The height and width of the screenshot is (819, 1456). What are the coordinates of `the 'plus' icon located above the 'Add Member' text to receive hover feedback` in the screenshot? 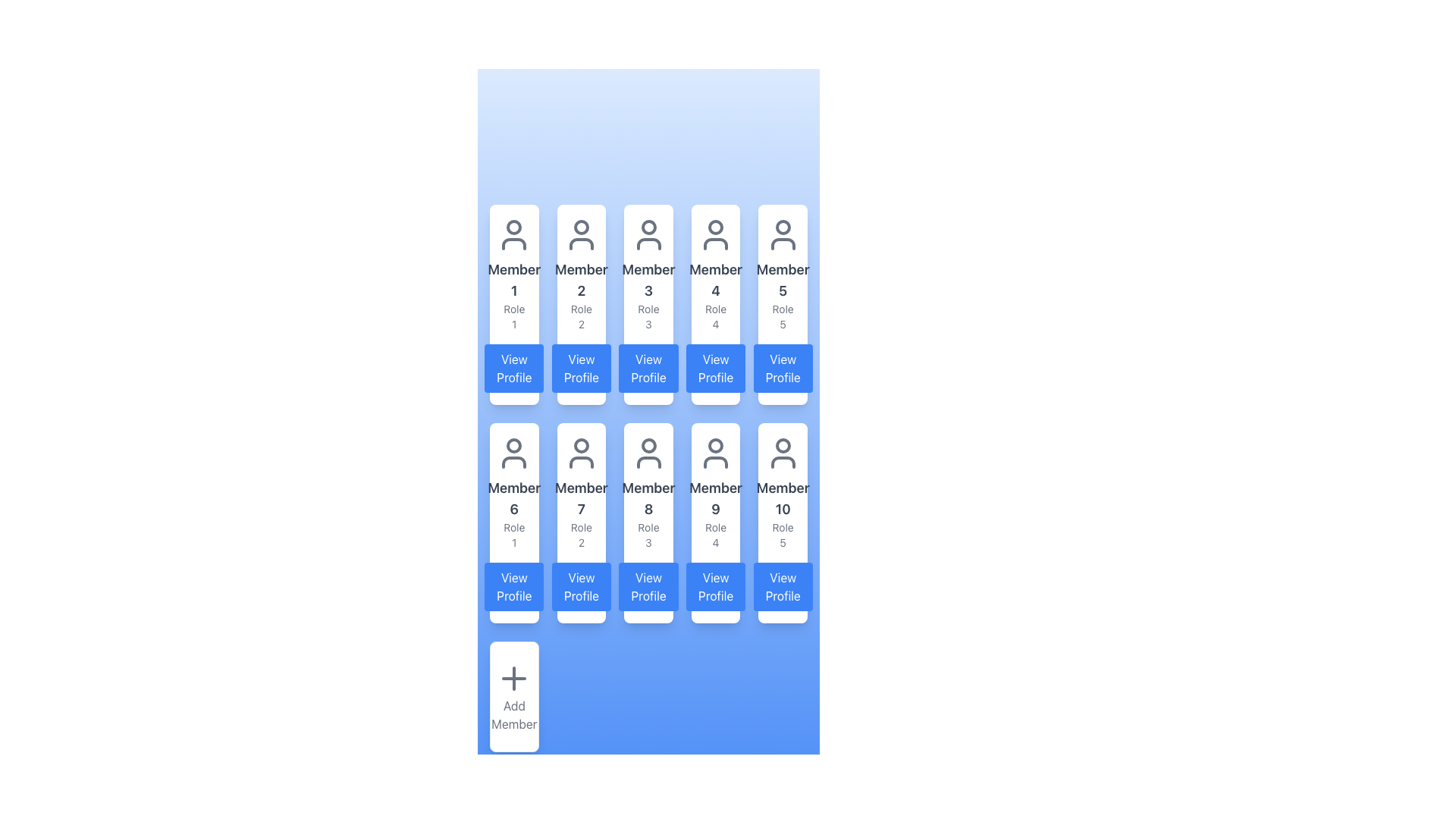 It's located at (514, 677).